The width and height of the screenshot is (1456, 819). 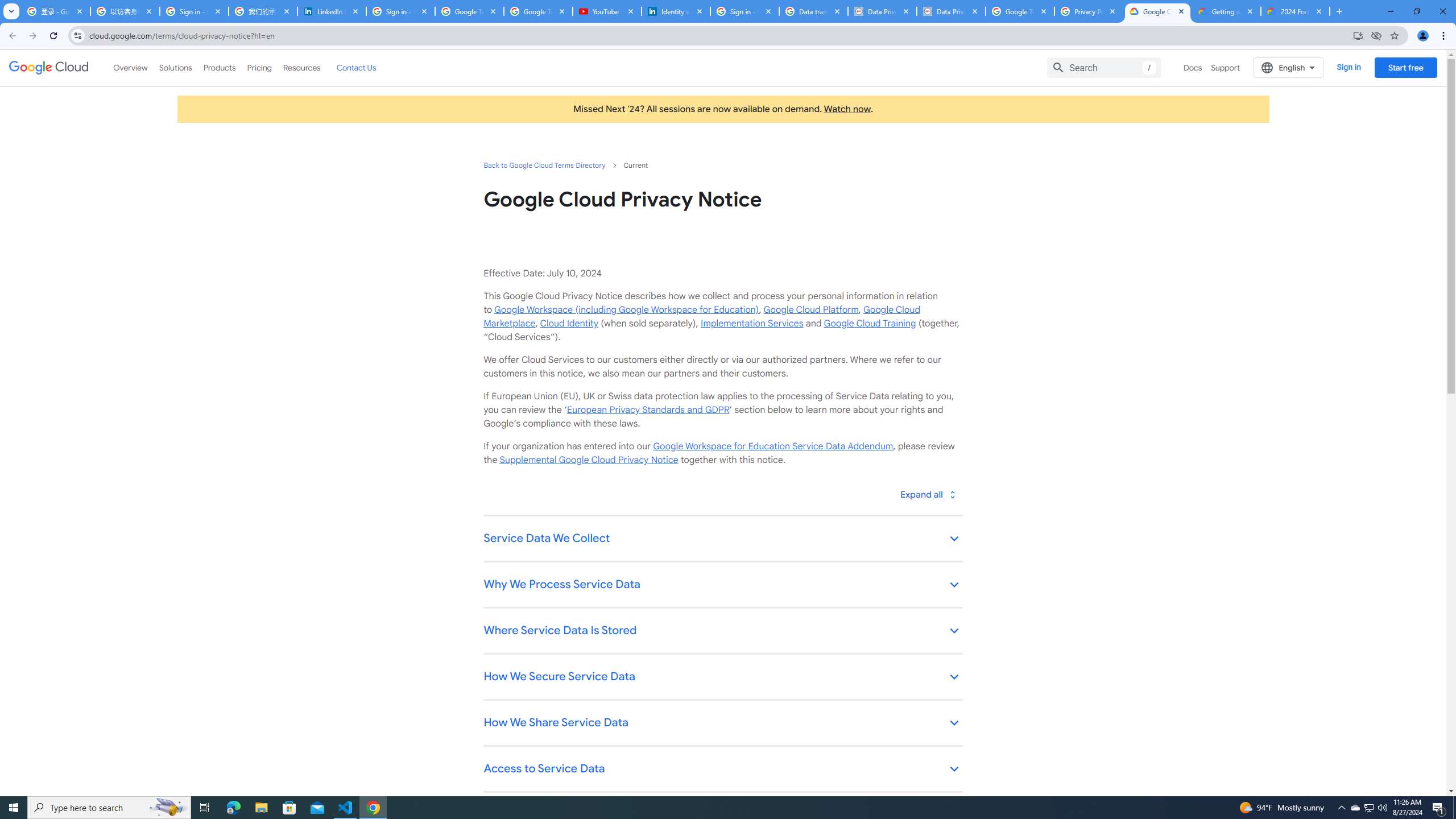 I want to click on 'Install Google Cloud', so click(x=1358, y=35).